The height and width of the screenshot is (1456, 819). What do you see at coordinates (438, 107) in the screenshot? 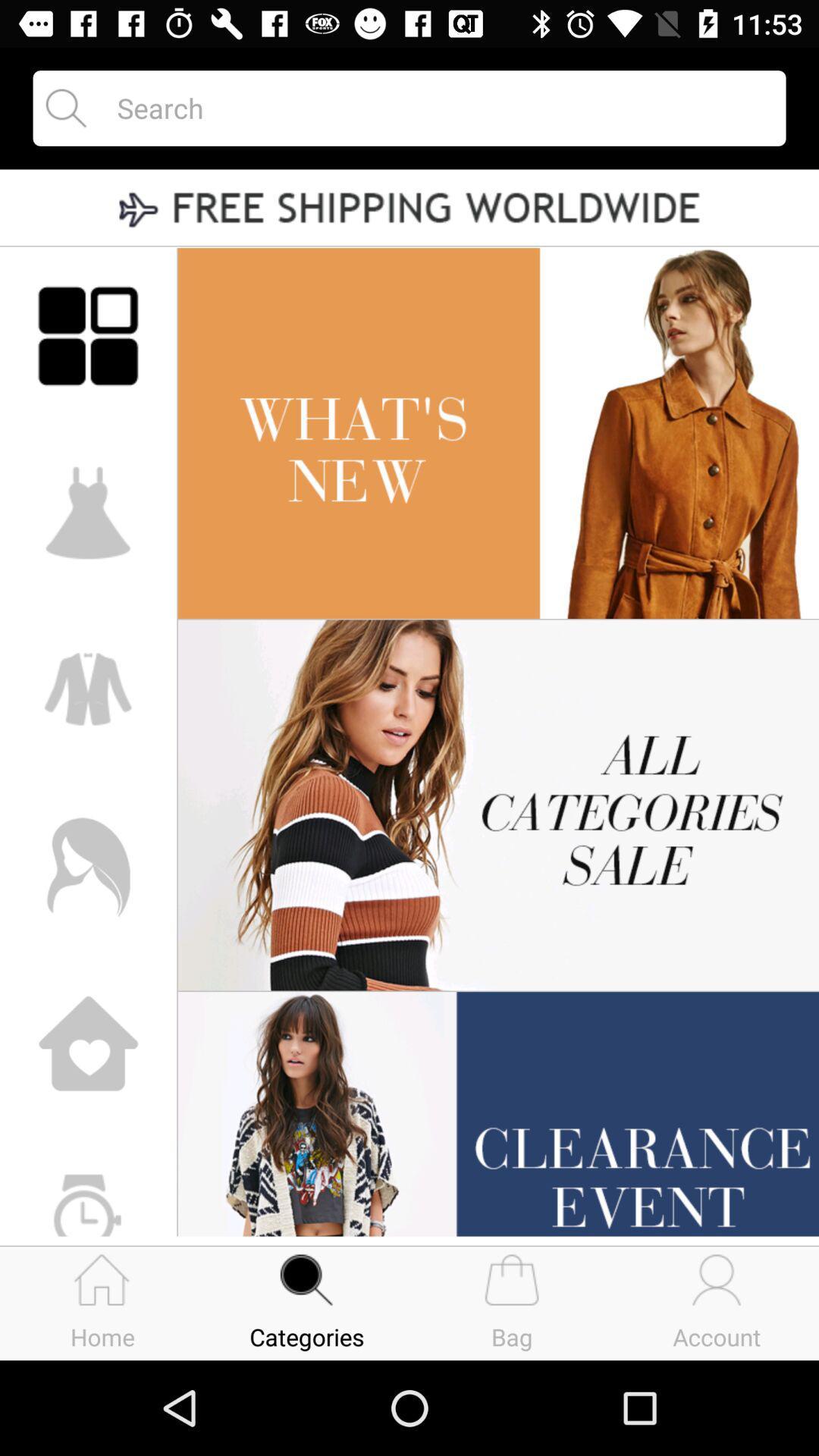
I see `search button` at bounding box center [438, 107].